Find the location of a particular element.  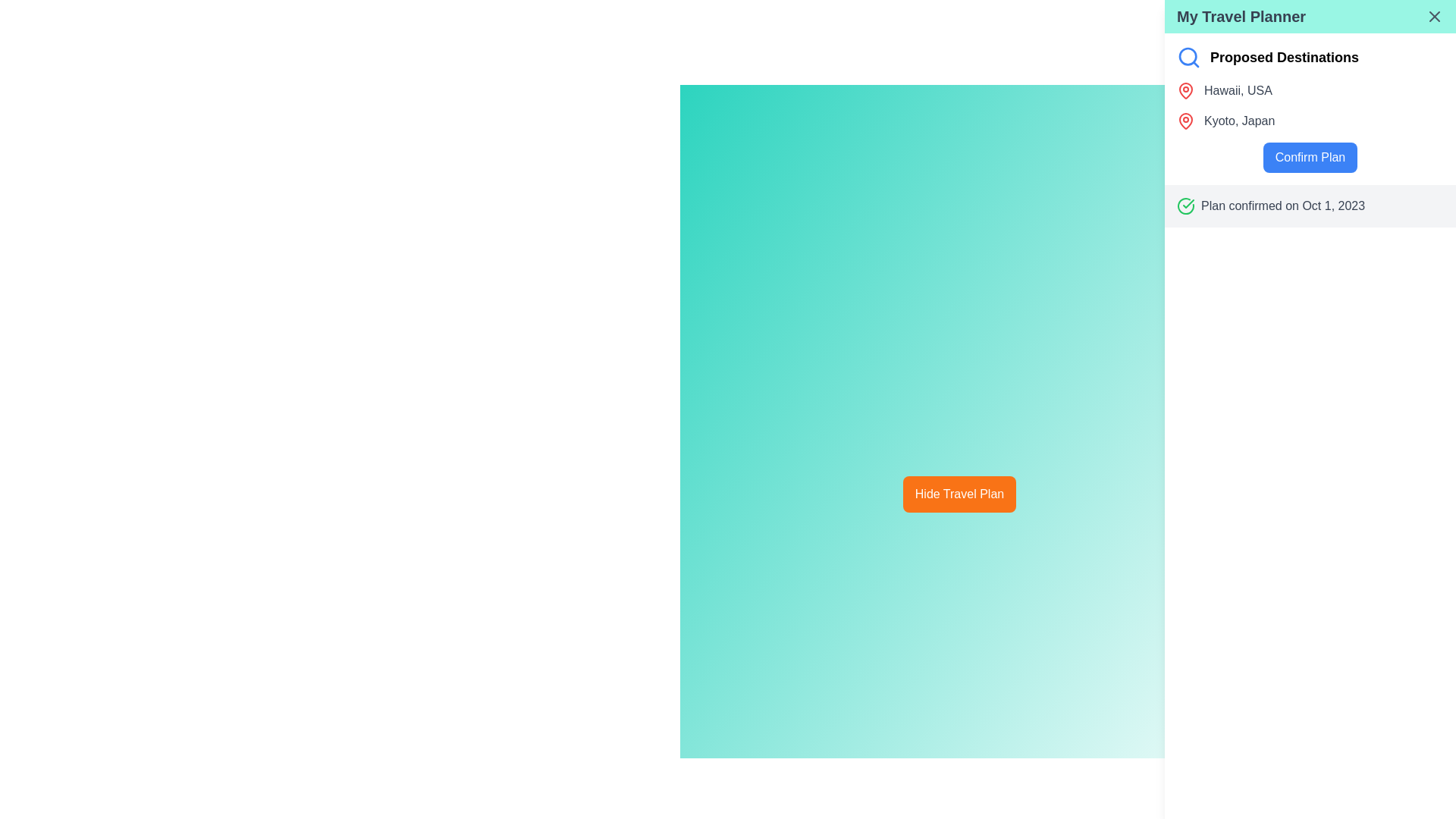

the second red map pin icon located to the left of the 'Kyoto, Japan' text in the list of proposed destinations is located at coordinates (1185, 120).